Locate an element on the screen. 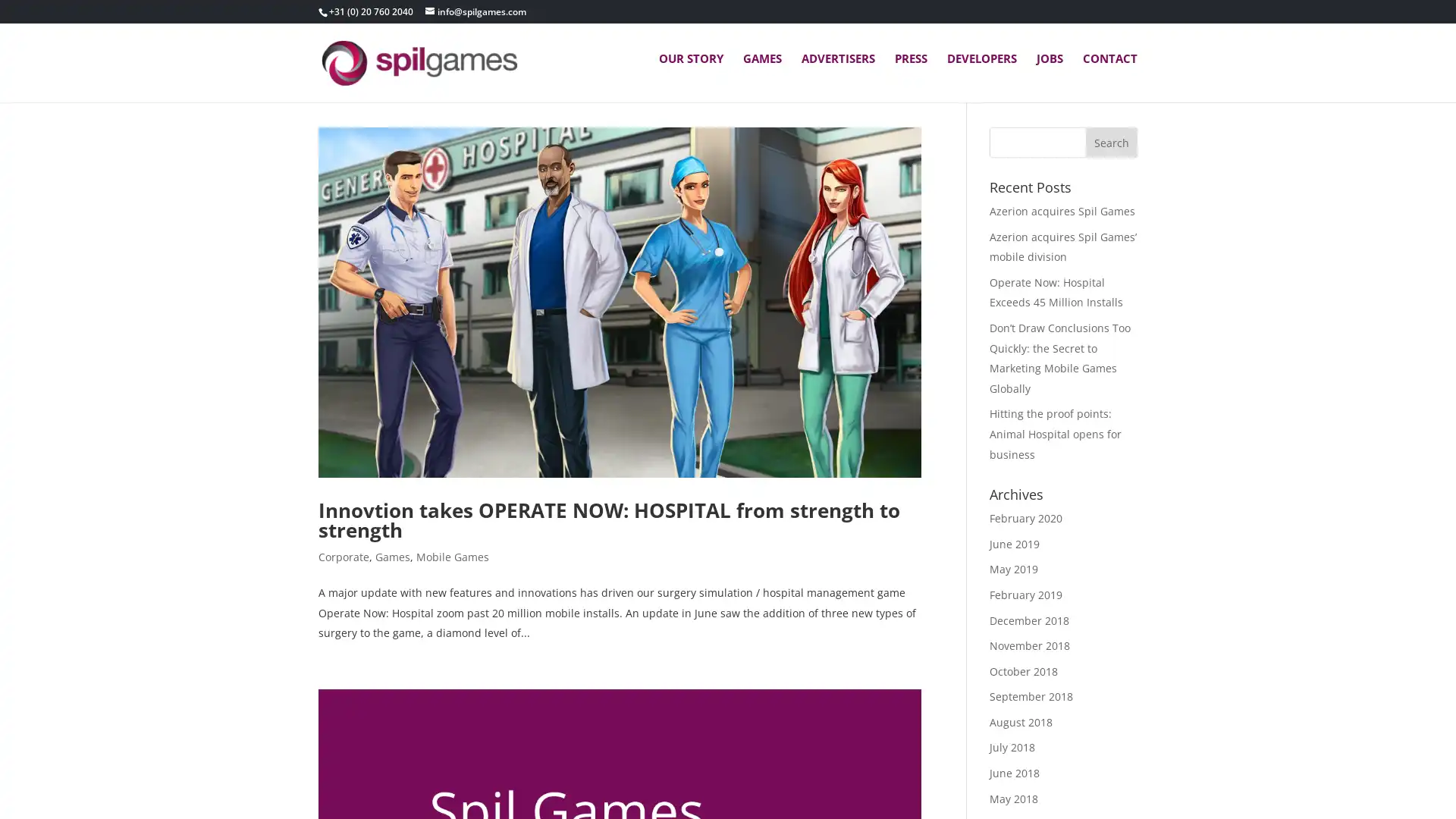  Search is located at coordinates (1111, 166).